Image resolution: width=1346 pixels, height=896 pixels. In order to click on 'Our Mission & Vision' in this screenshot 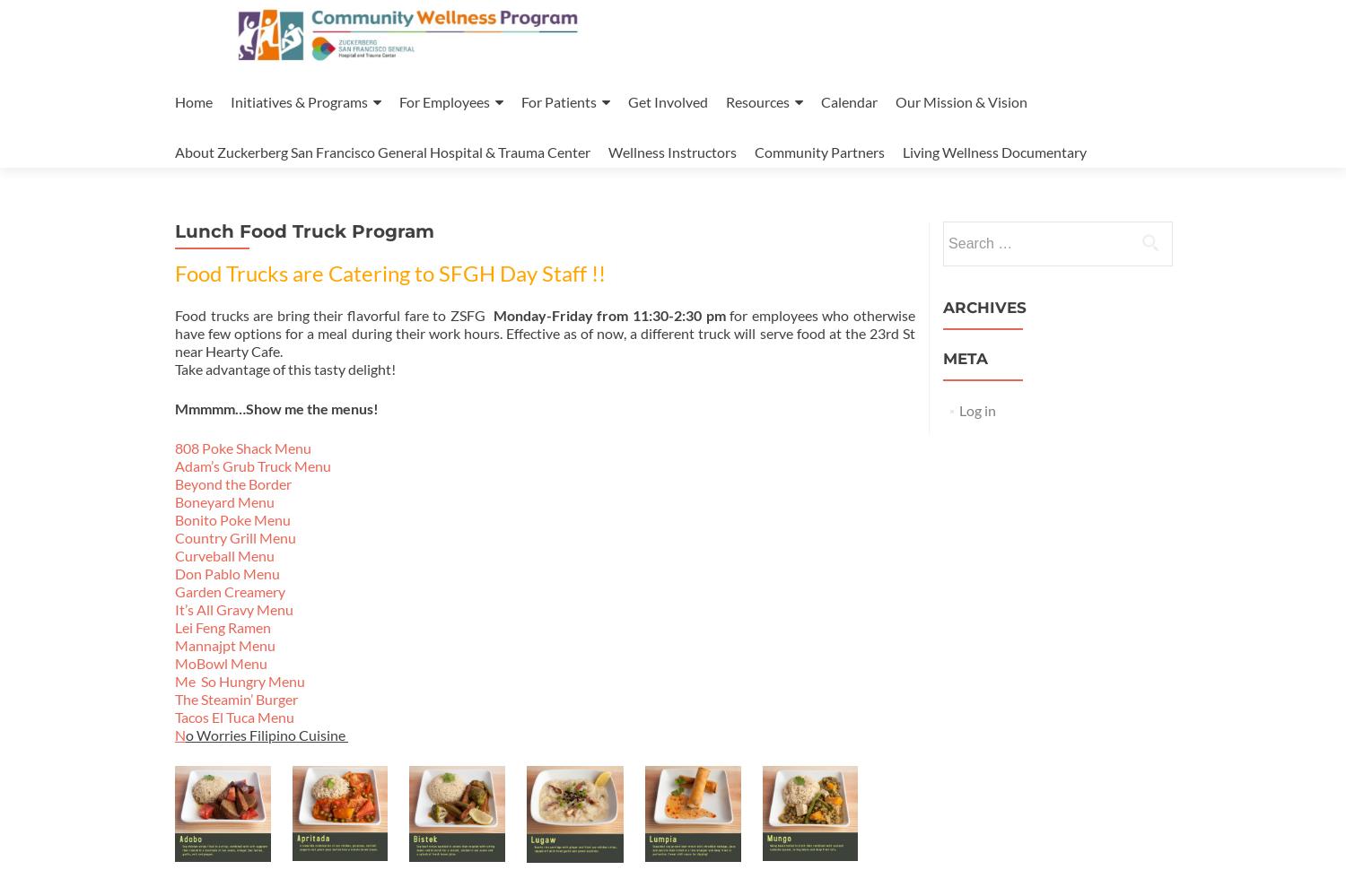, I will do `click(894, 101)`.